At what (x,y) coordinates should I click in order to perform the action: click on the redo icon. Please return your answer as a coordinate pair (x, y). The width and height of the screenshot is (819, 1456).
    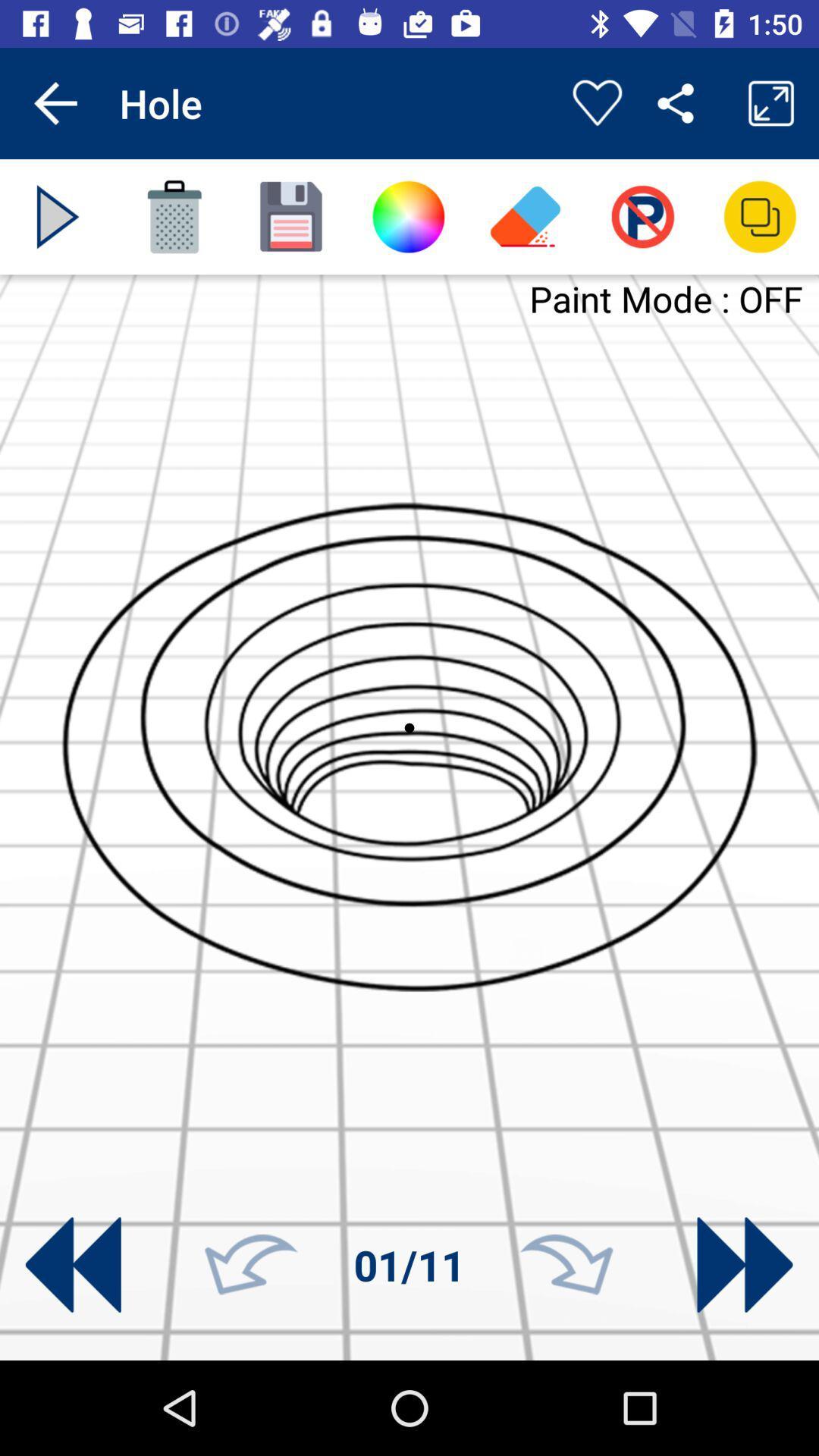
    Looking at the image, I should click on (566, 1265).